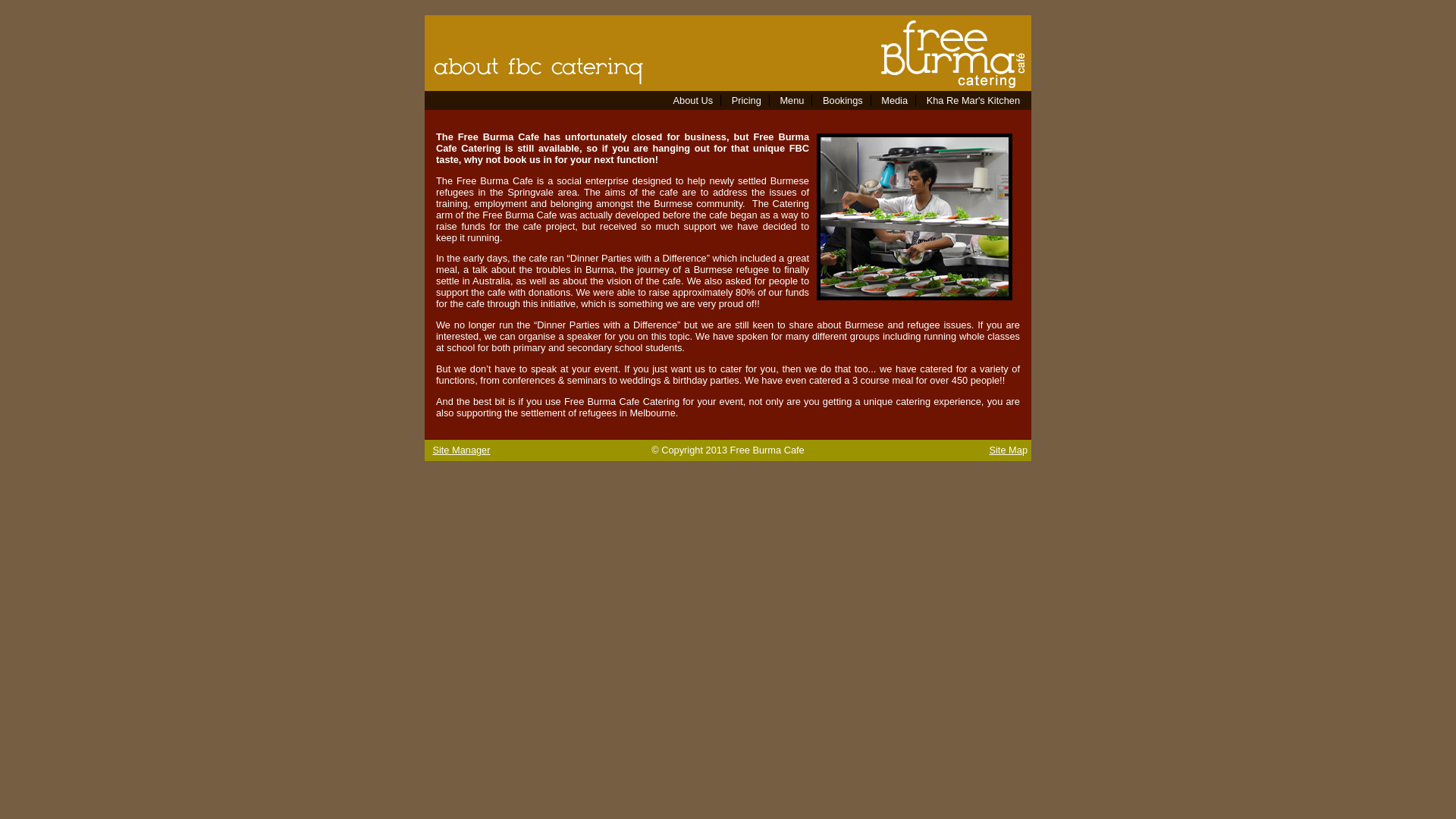 This screenshot has width=1456, height=819. Describe the element at coordinates (790, 100) in the screenshot. I see `'Menu'` at that location.